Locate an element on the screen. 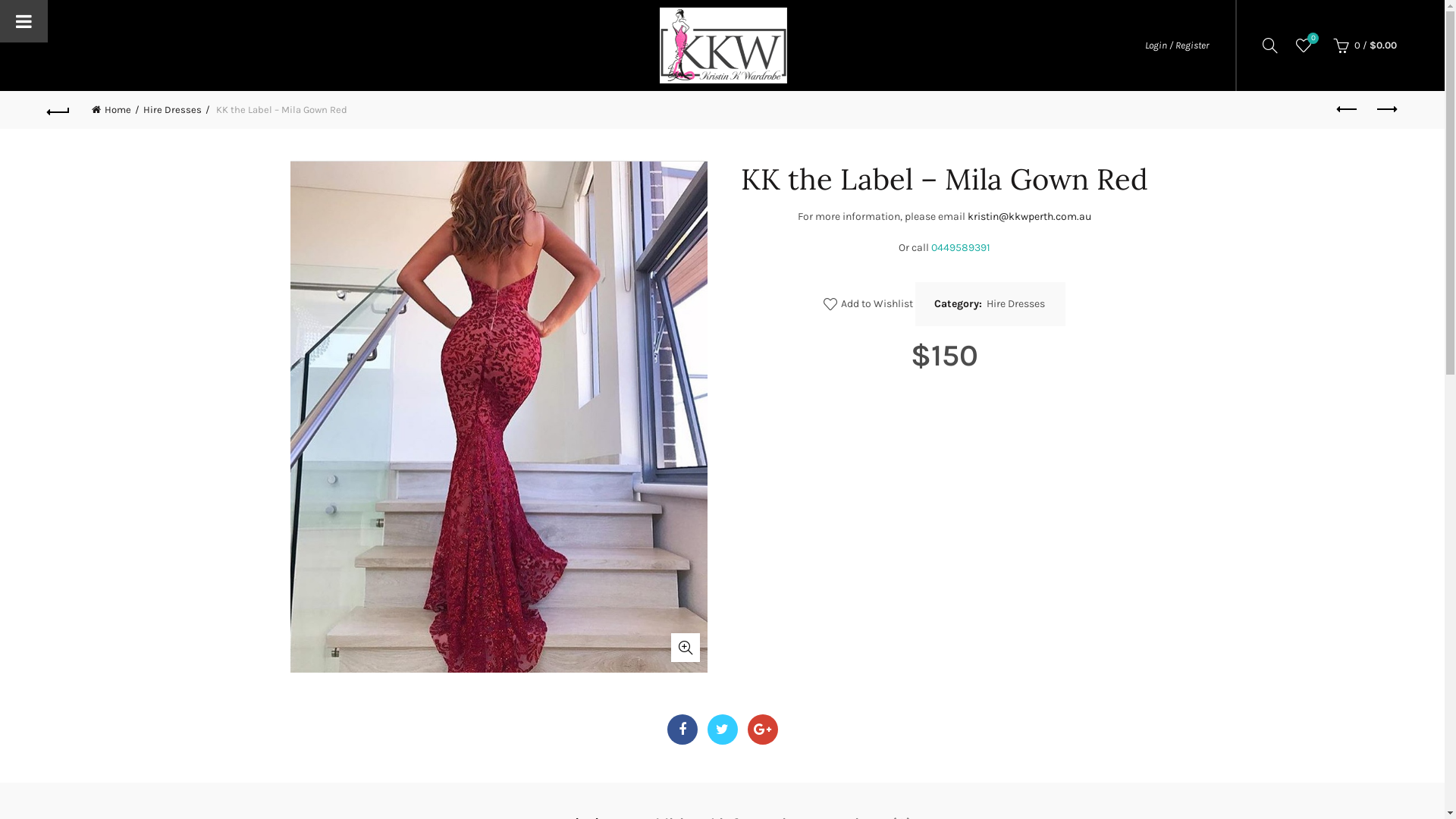 The image size is (1456, 819). 'kristin@kkwperth.com.au' is located at coordinates (1029, 216).